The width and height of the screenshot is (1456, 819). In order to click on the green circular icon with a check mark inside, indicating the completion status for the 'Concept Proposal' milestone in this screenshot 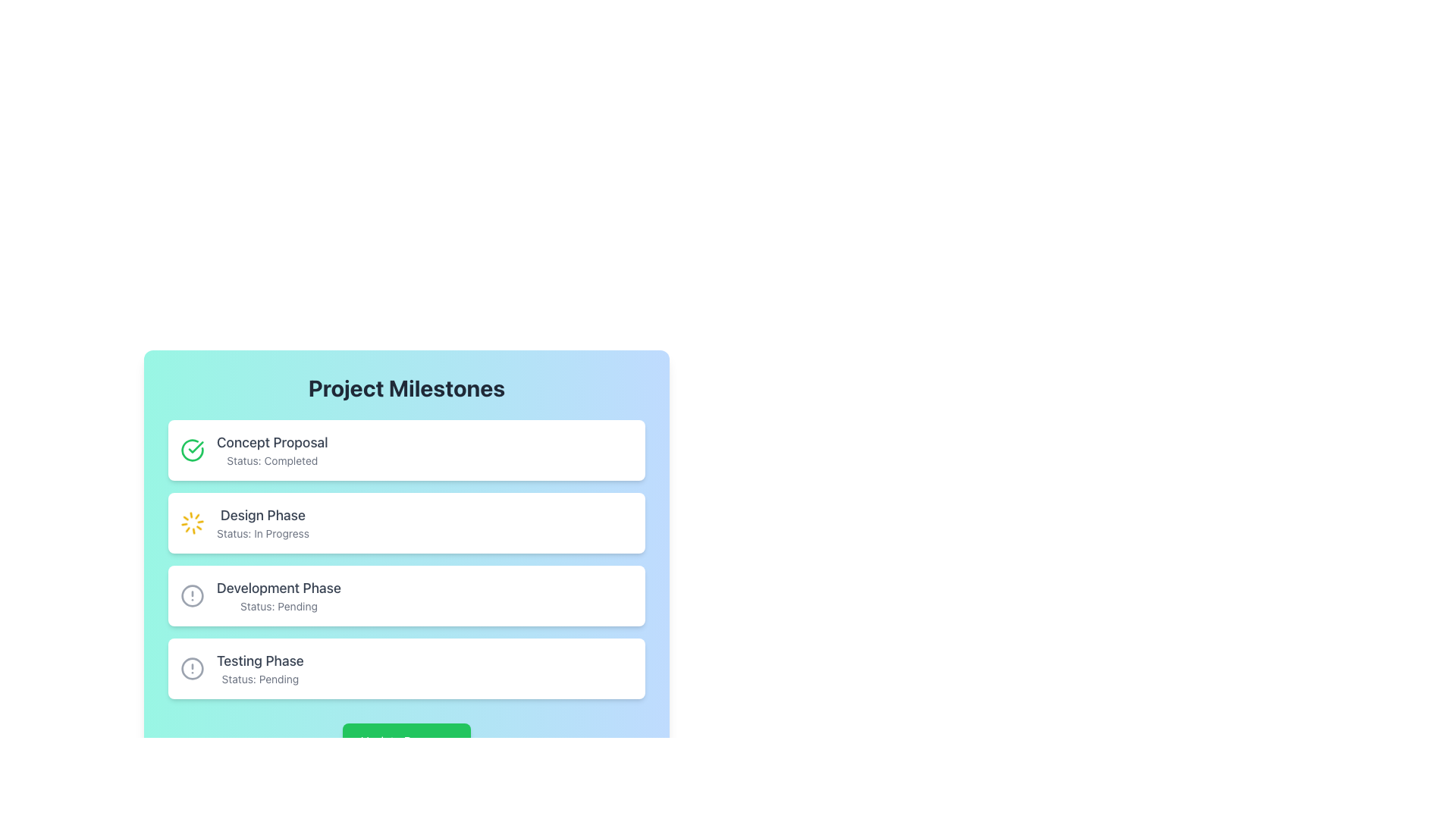, I will do `click(192, 450)`.